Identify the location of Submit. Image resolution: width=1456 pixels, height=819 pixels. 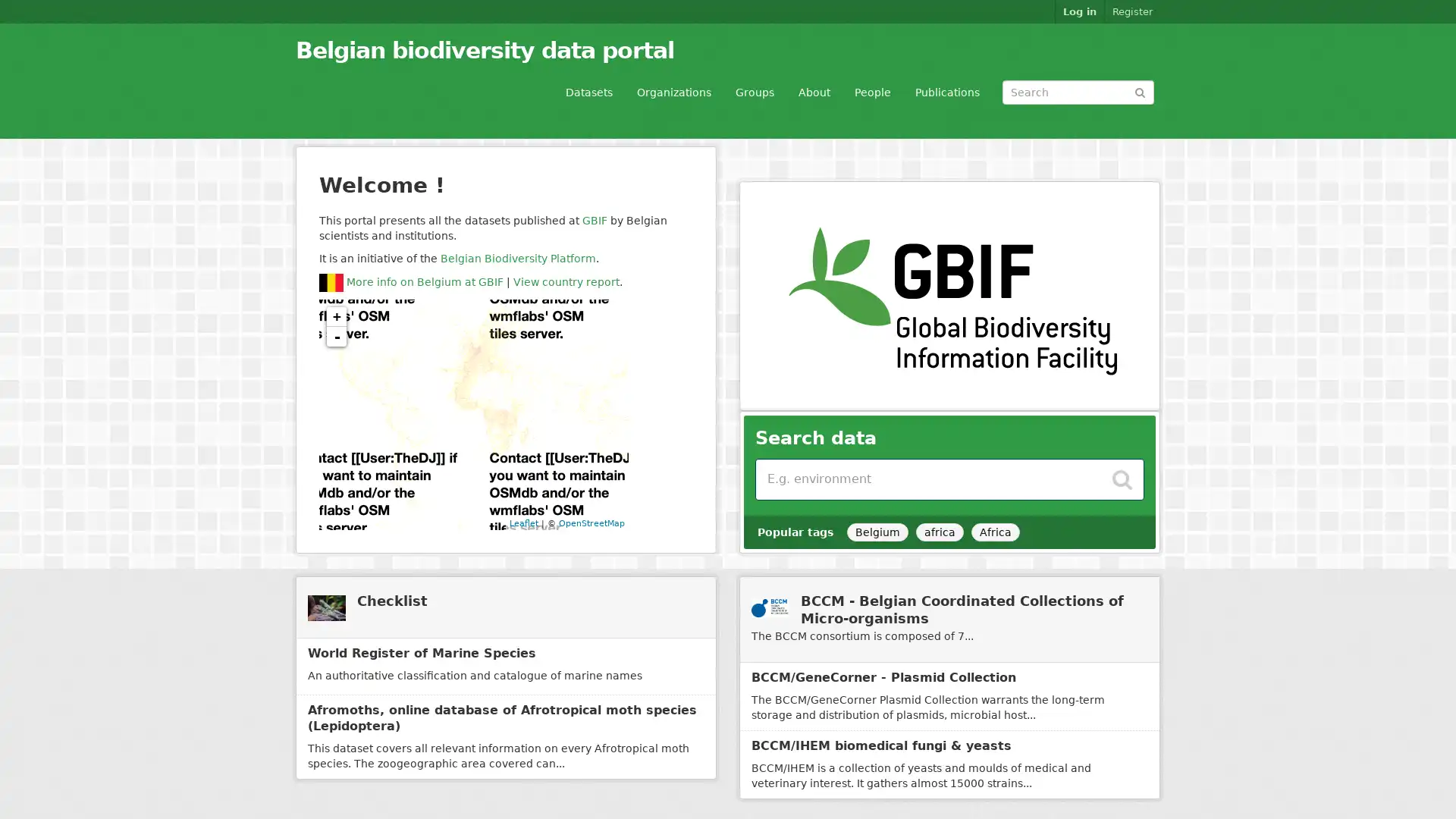
(1140, 91).